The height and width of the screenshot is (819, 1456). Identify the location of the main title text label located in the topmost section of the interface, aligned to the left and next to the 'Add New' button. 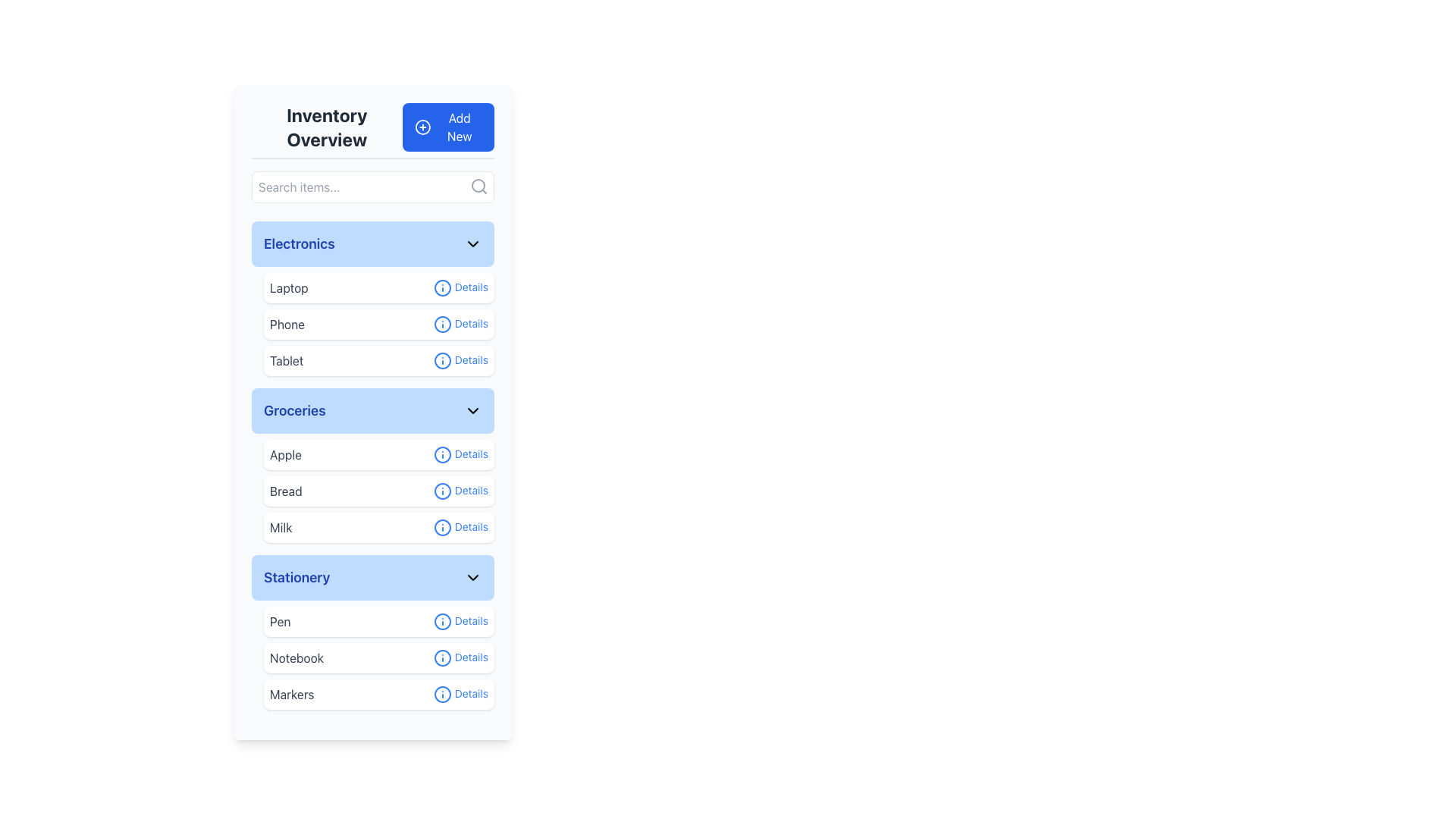
(326, 127).